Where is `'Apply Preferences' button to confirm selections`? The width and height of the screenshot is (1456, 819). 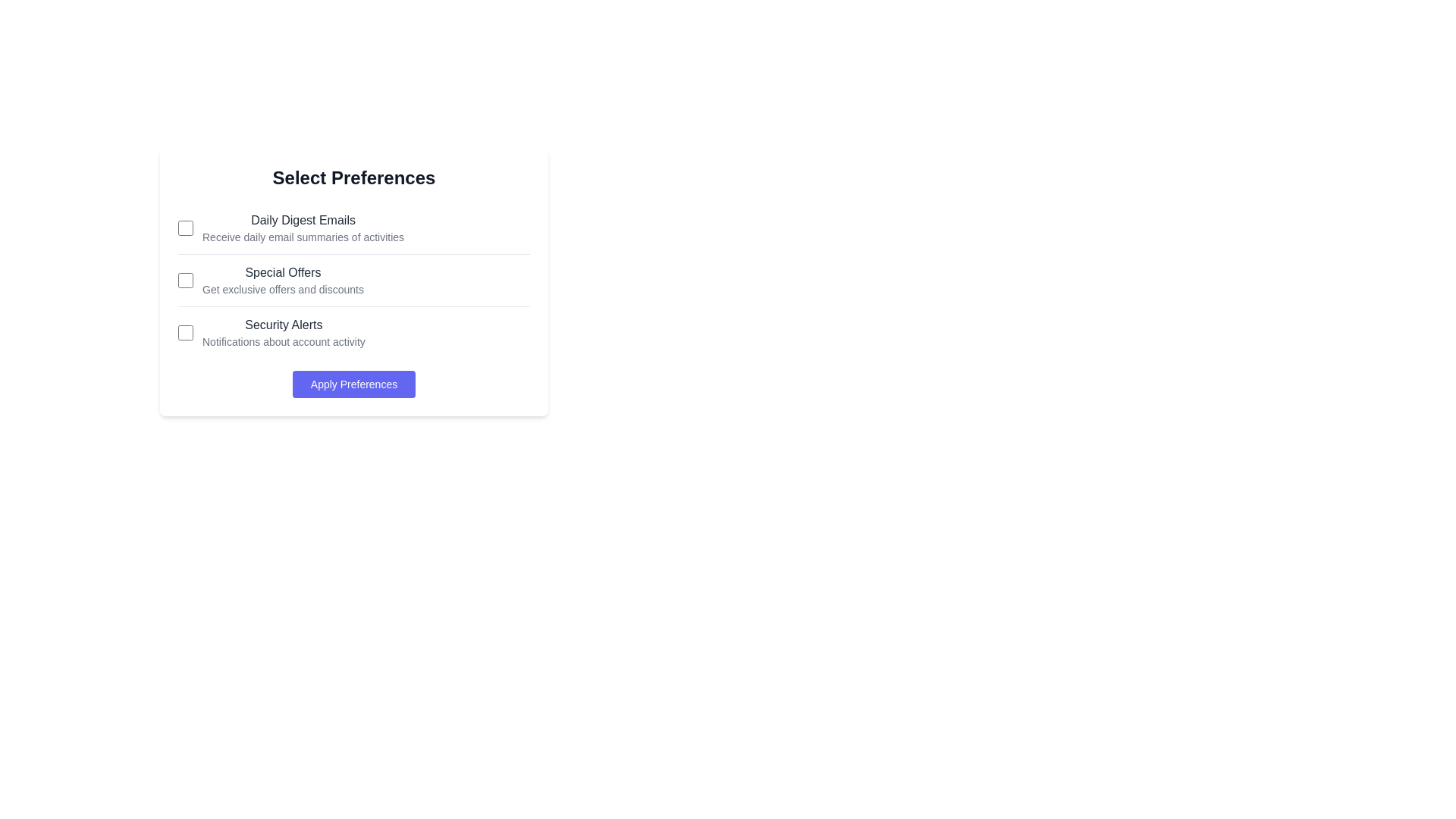 'Apply Preferences' button to confirm selections is located at coordinates (353, 383).